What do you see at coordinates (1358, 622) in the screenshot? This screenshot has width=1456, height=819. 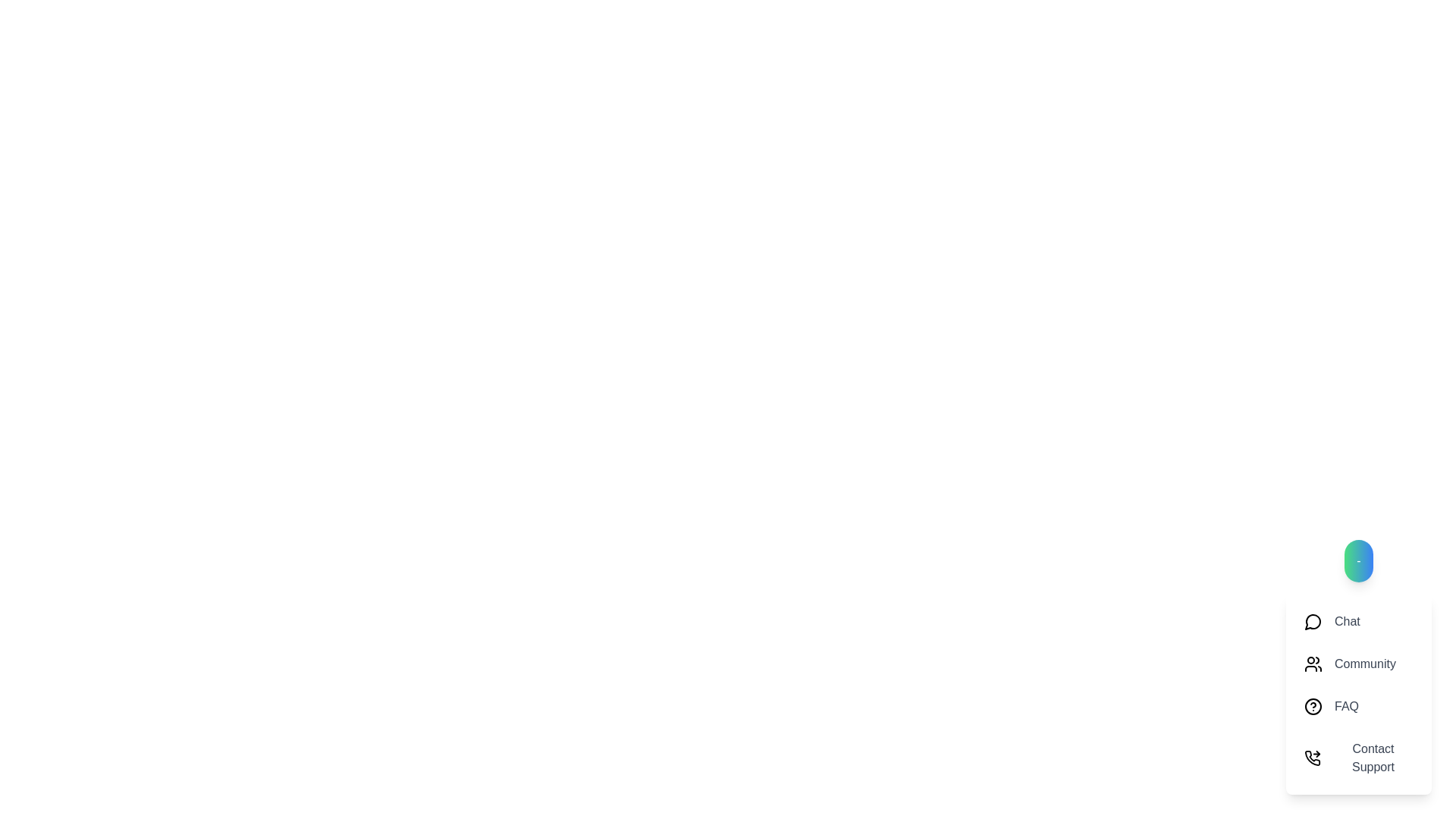 I see `the first menu item labeled 'Chat' in the vertically-stacked menu list` at bounding box center [1358, 622].